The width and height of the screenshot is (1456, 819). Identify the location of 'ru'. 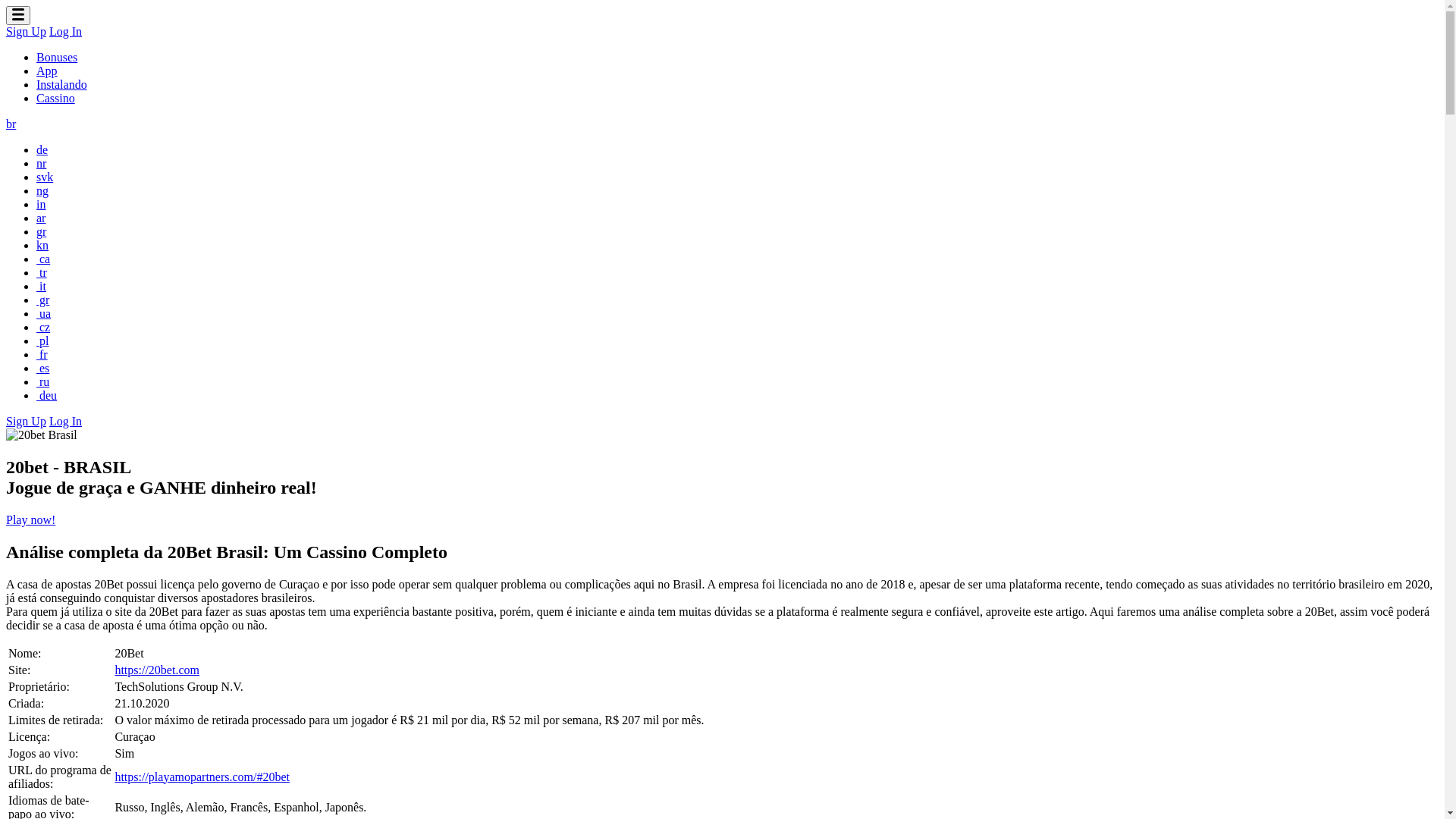
(42, 381).